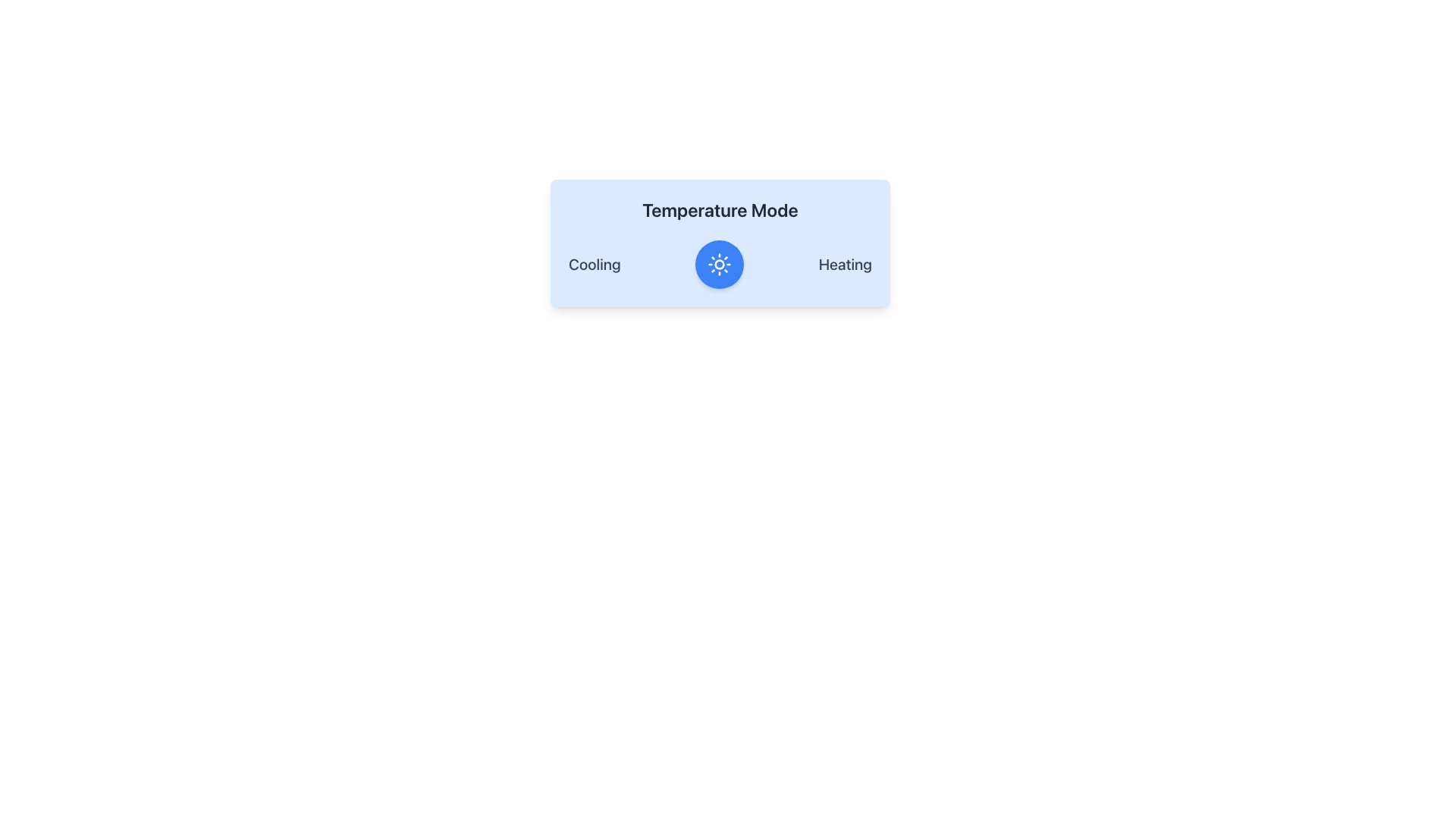 Image resolution: width=1456 pixels, height=819 pixels. I want to click on the circular blue button with a white sun icon, located between 'Cooling' and 'Heating' under 'Temperature Mode', so click(719, 263).